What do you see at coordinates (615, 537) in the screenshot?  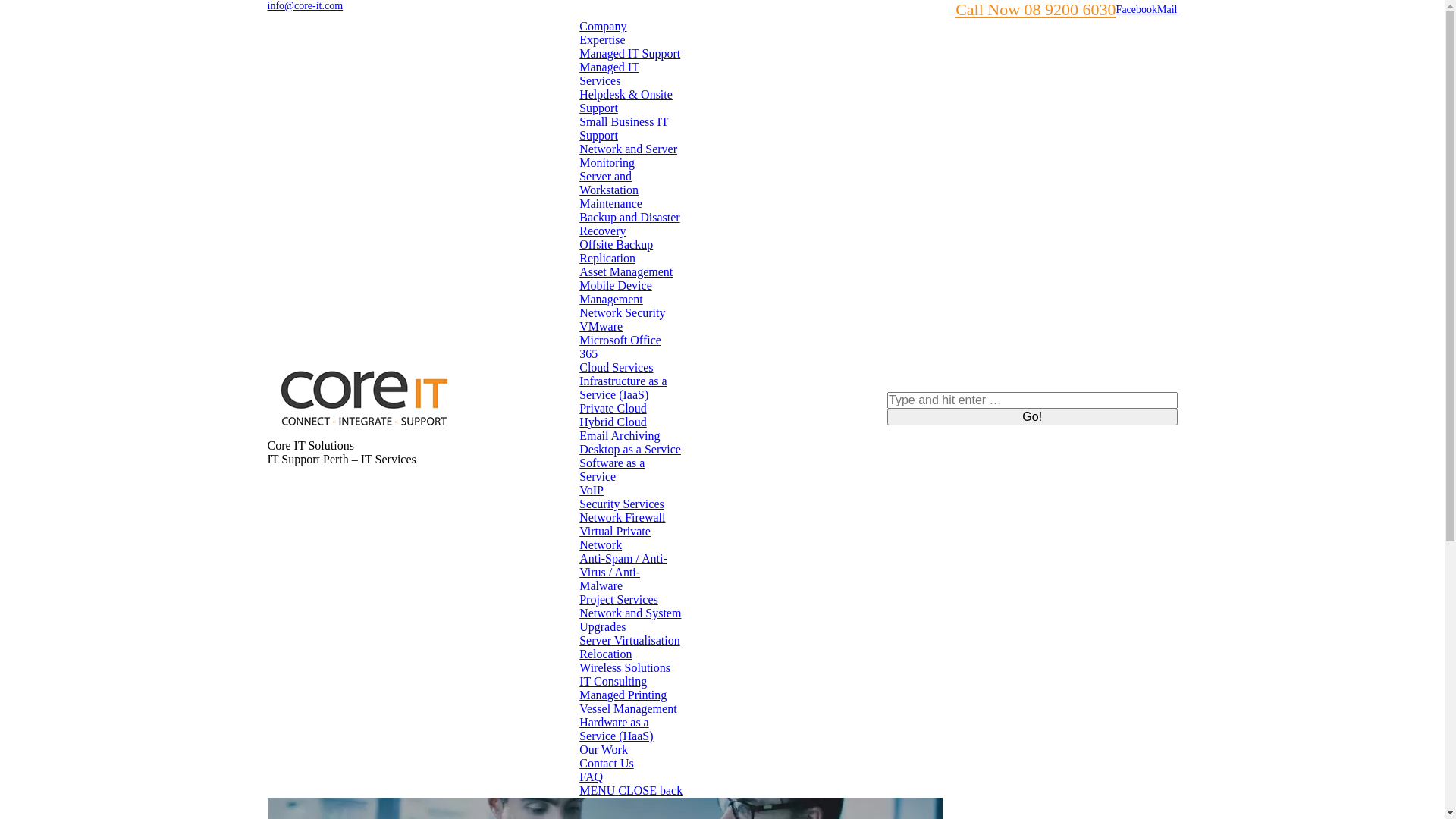 I see `'Virtual Private Network'` at bounding box center [615, 537].